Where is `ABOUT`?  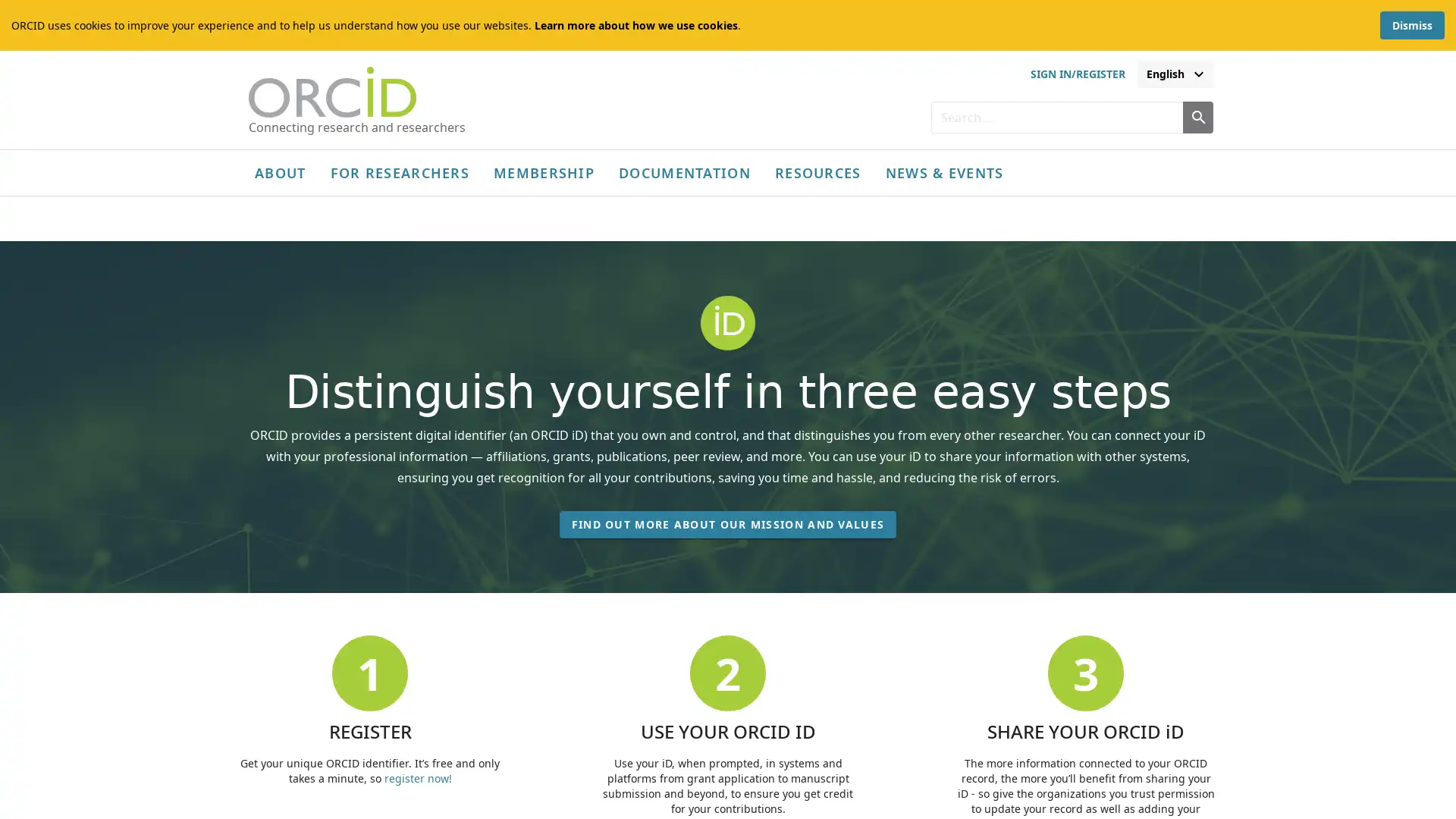 ABOUT is located at coordinates (280, 171).